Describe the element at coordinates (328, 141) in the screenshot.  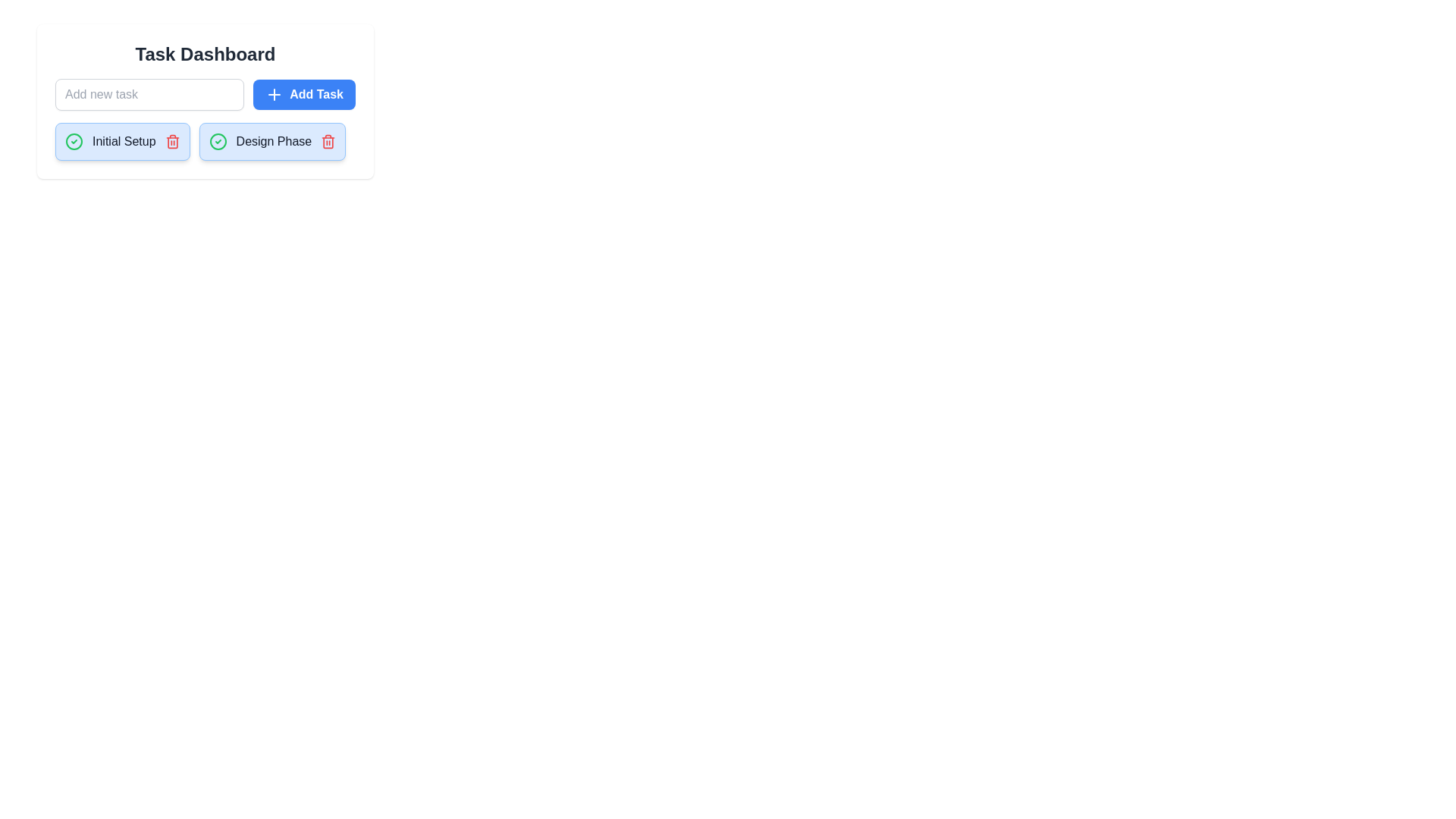
I see `the trash icon next to the task Design Phase to remove it` at that location.